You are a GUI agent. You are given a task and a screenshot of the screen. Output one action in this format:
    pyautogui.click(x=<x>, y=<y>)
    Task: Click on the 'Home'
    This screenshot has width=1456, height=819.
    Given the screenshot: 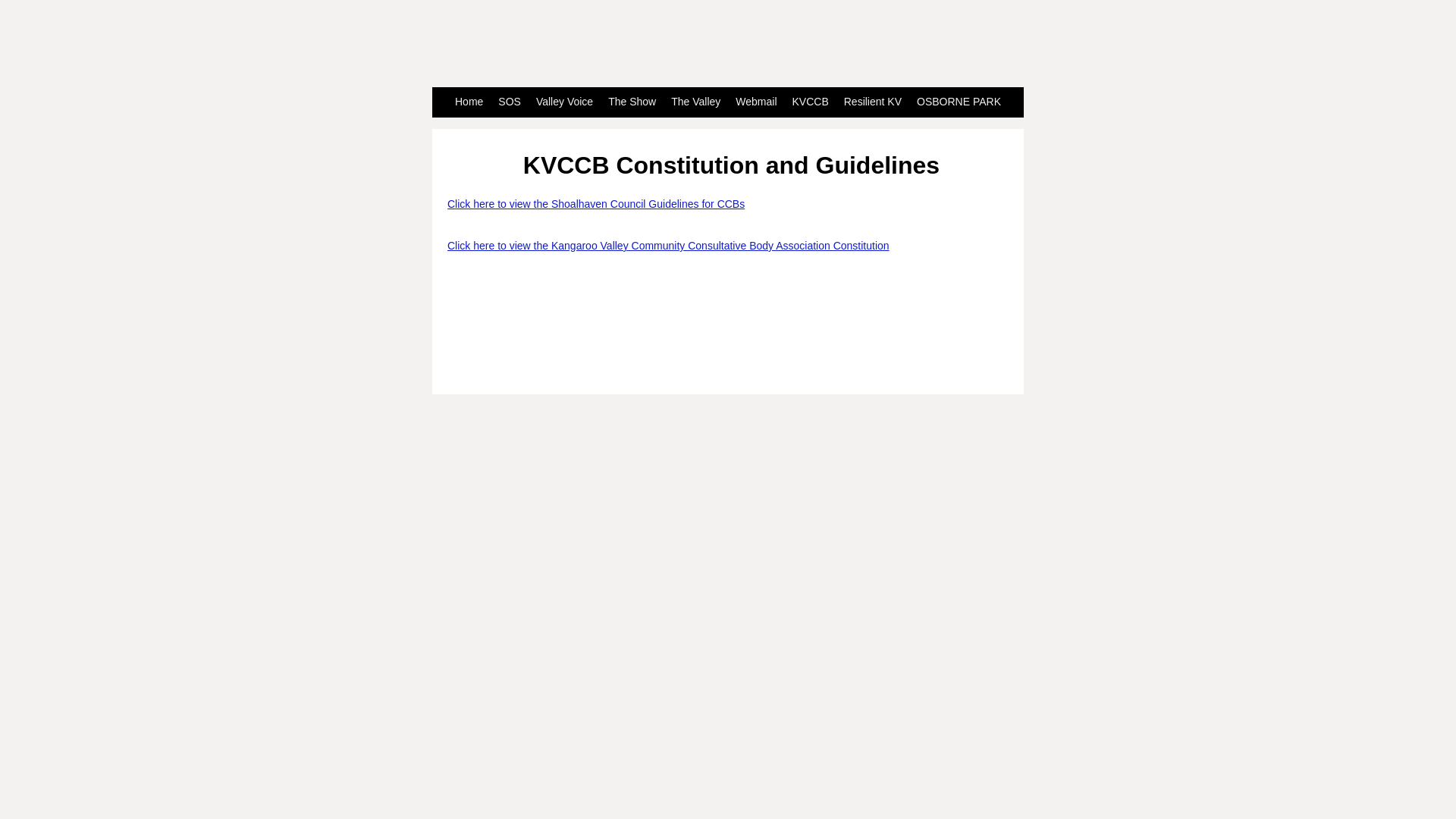 What is the action you would take?
    pyautogui.click(x=468, y=102)
    